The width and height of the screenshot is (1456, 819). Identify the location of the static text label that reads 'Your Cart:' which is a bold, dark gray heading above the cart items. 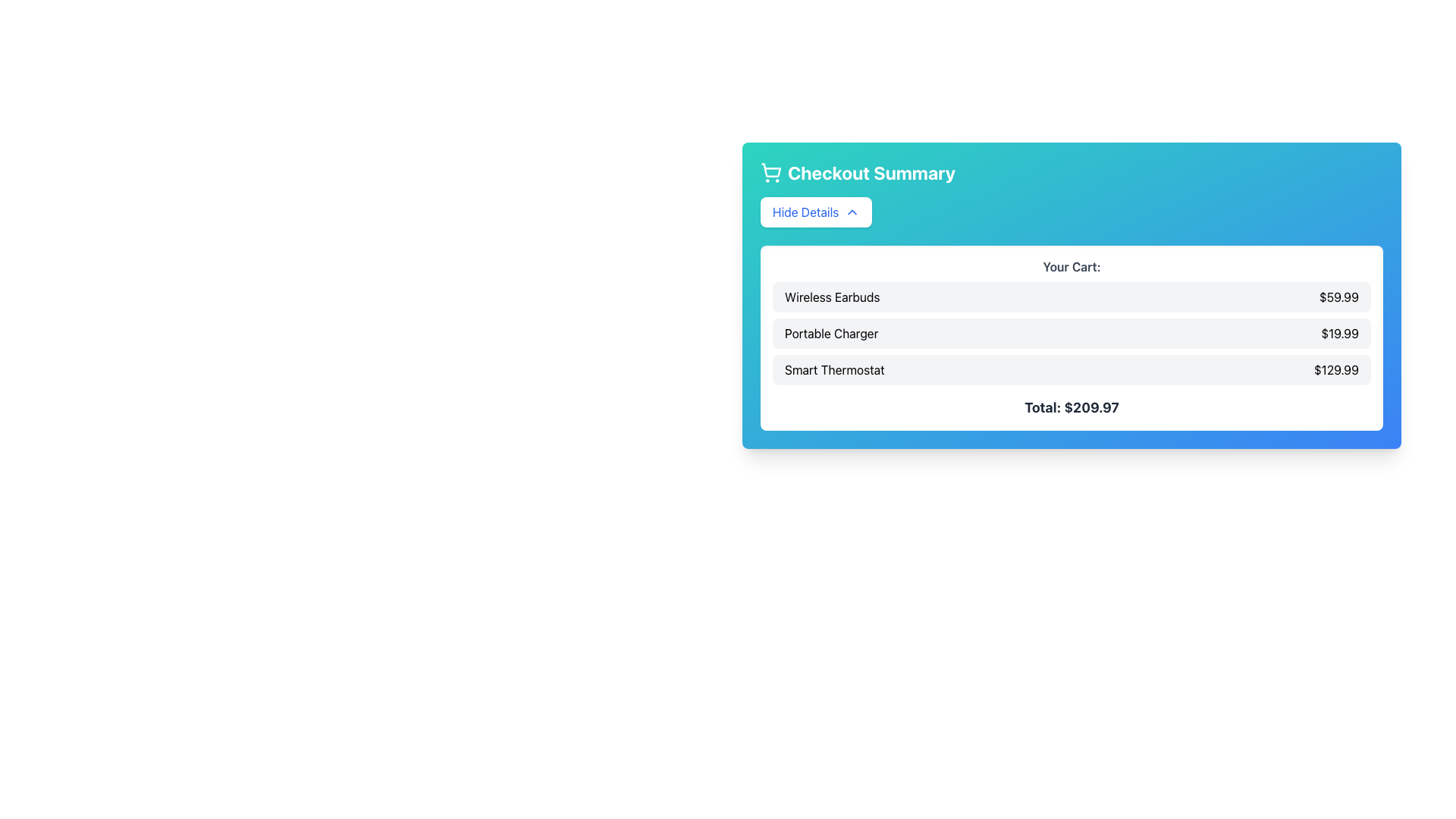
(1071, 265).